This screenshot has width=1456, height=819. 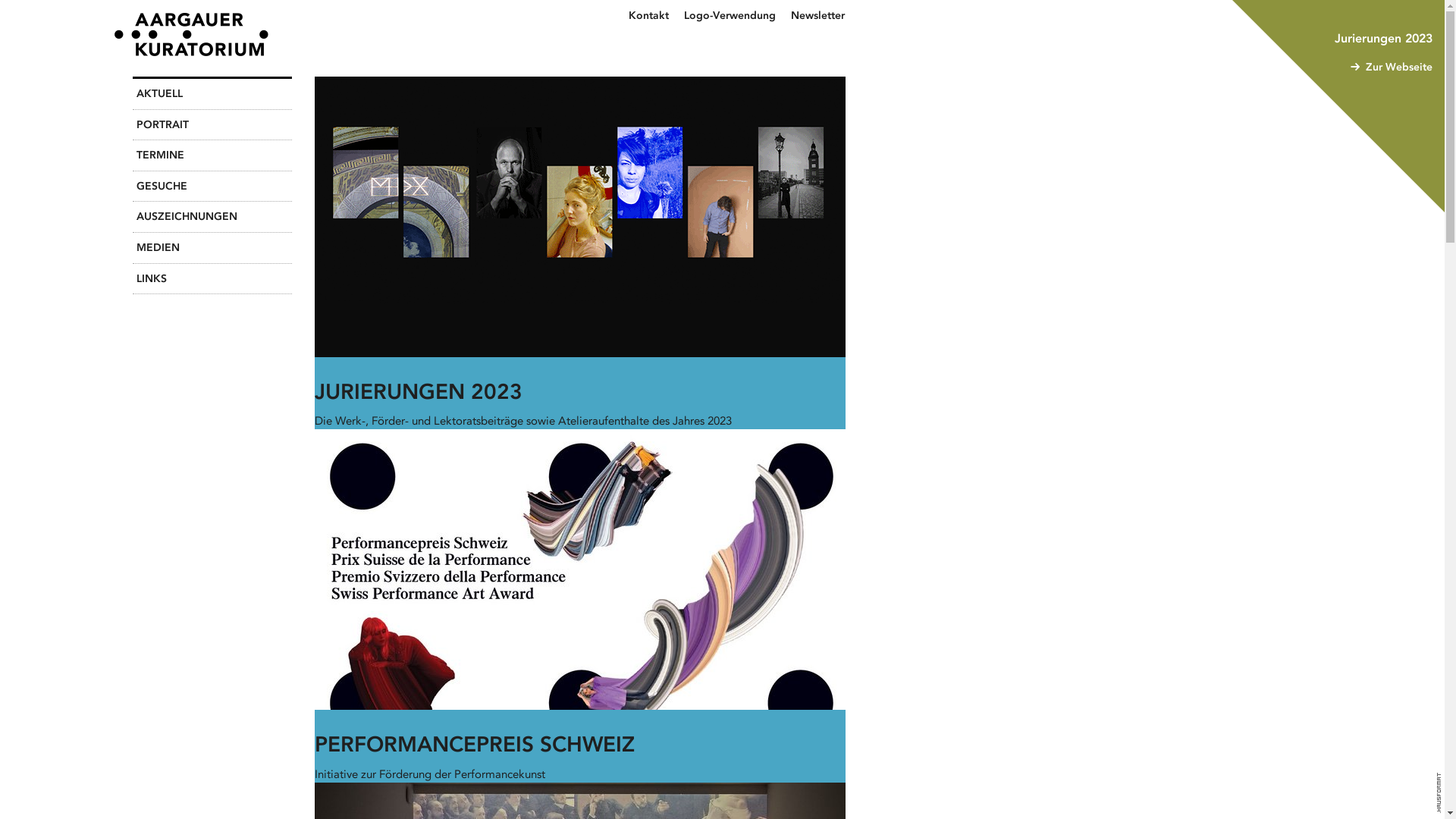 What do you see at coordinates (789, 17) in the screenshot?
I see `'Newsletter'` at bounding box center [789, 17].